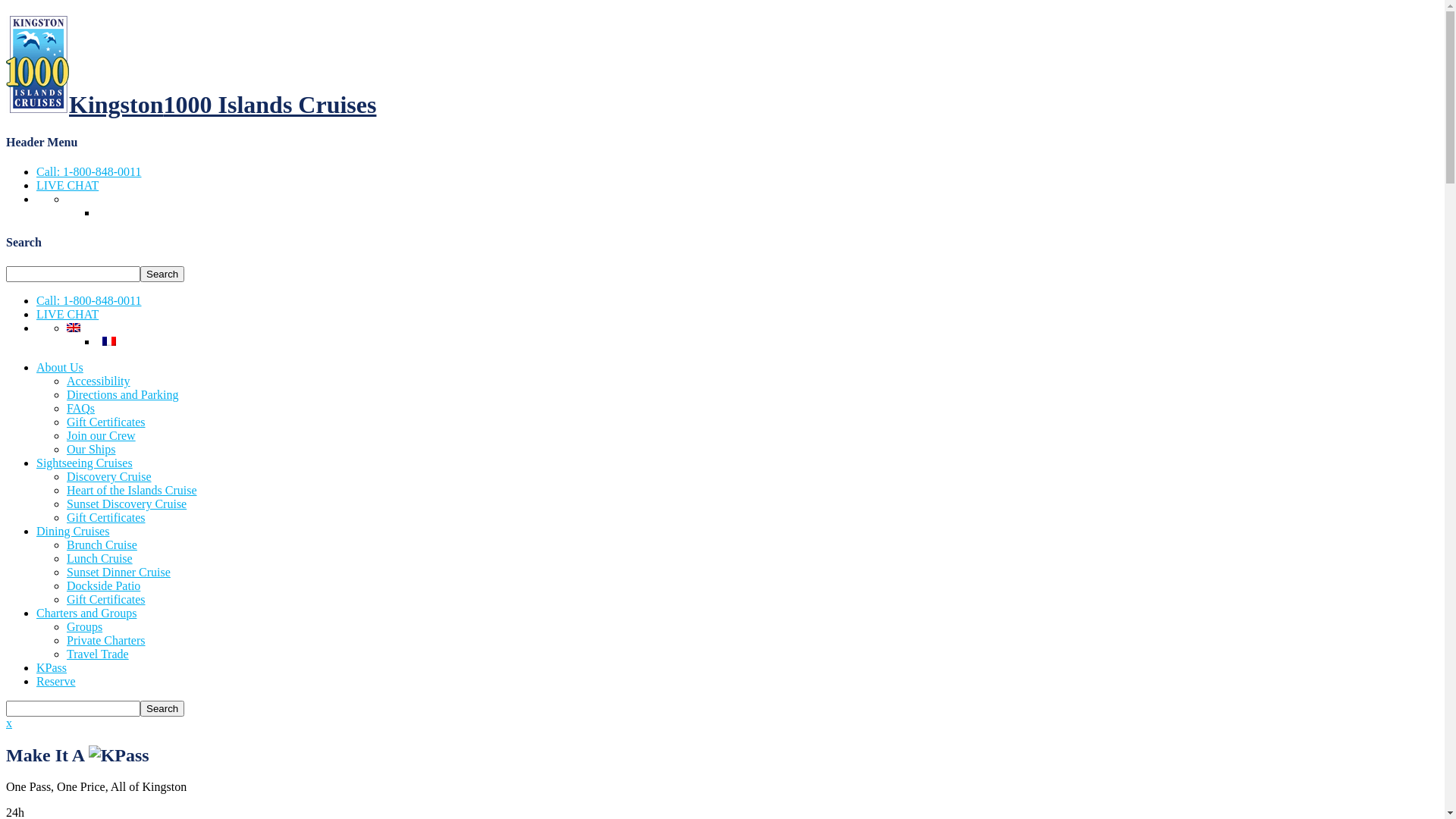 The image size is (1456, 819). What do you see at coordinates (72, 530) in the screenshot?
I see `'Dining Cruises'` at bounding box center [72, 530].